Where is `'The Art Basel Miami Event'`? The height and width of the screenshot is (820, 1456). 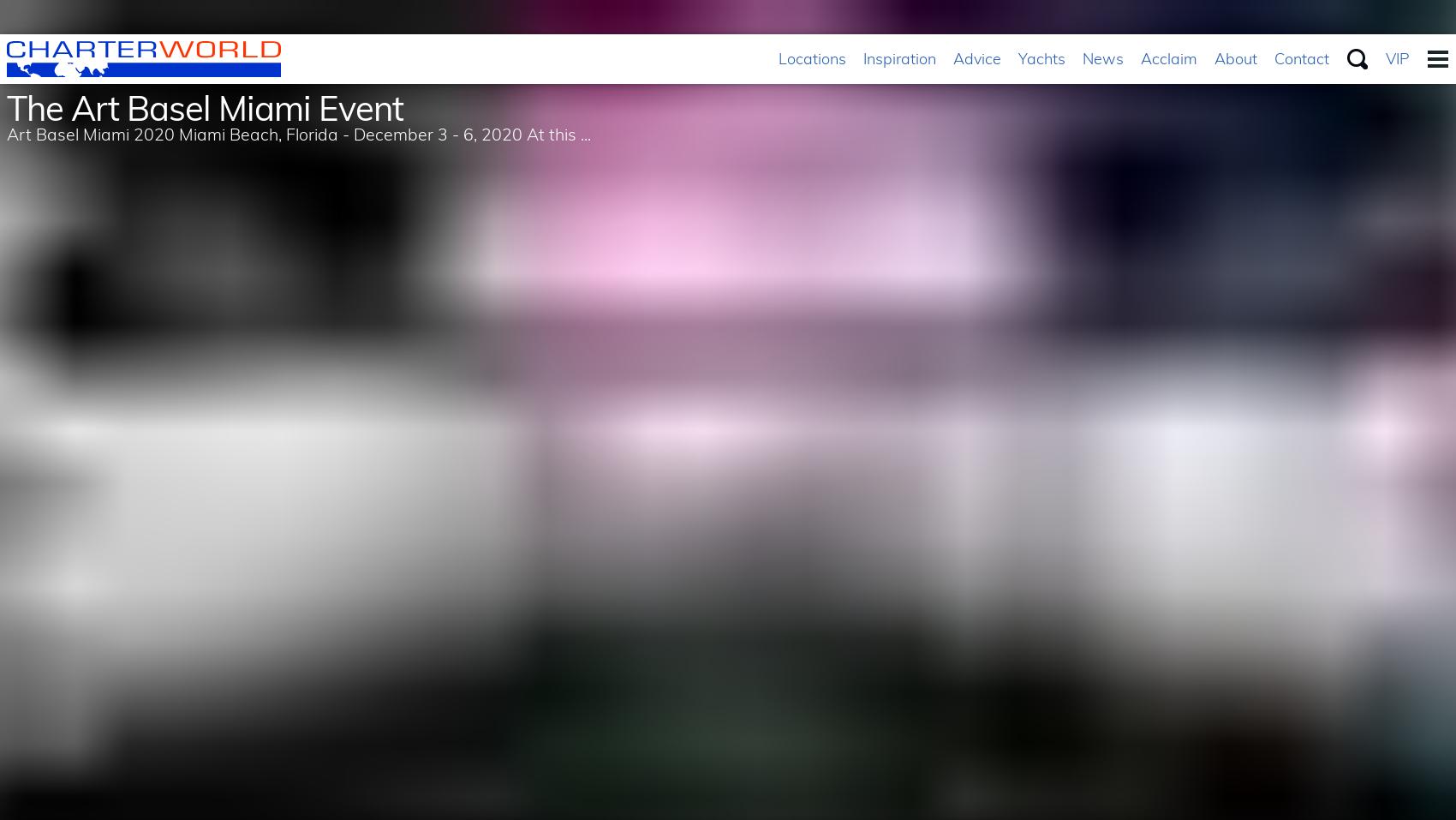
'The Art Basel Miami Event' is located at coordinates (205, 108).